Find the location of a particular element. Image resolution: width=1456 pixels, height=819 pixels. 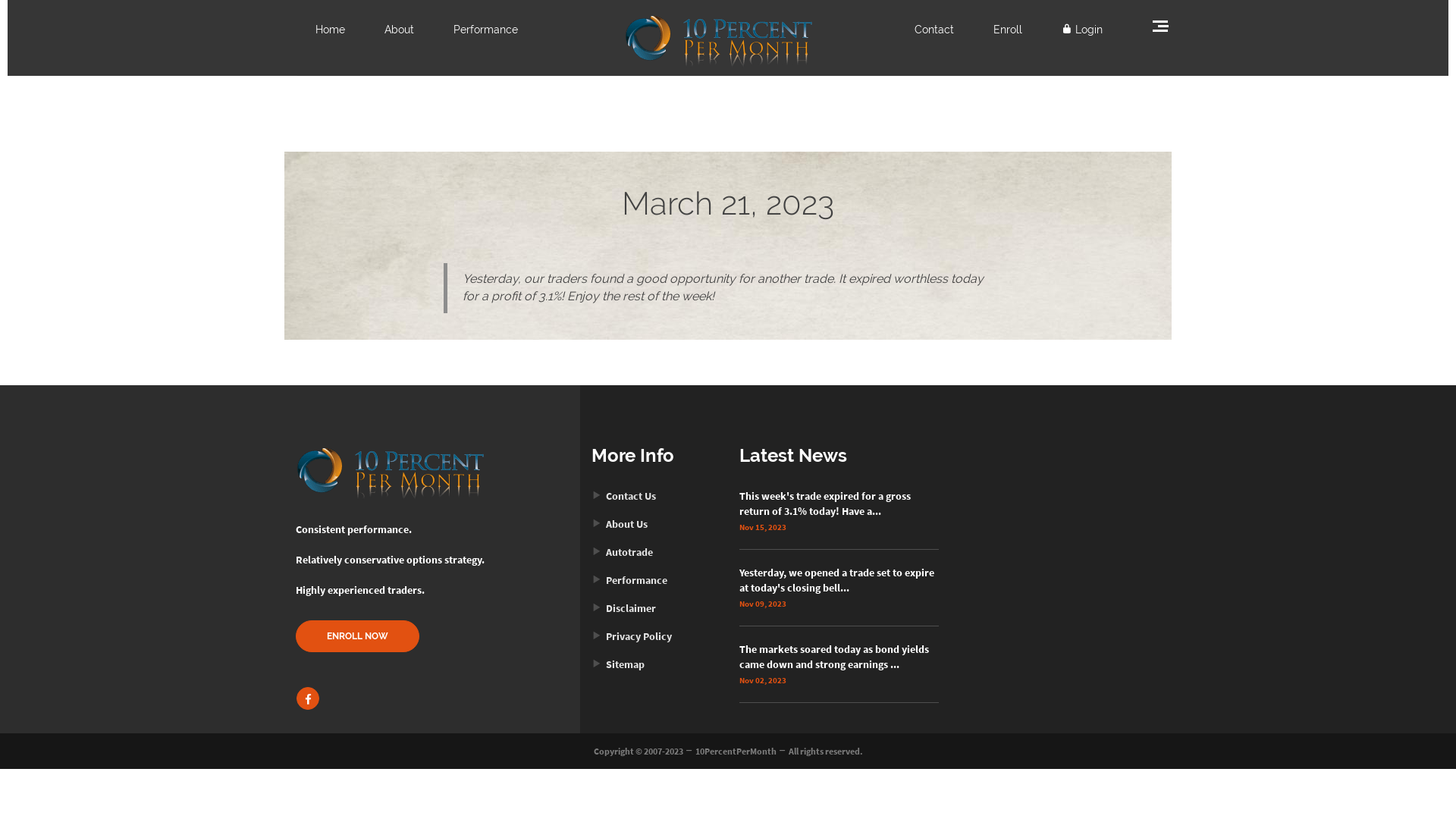

'Enroll' is located at coordinates (1008, 29).